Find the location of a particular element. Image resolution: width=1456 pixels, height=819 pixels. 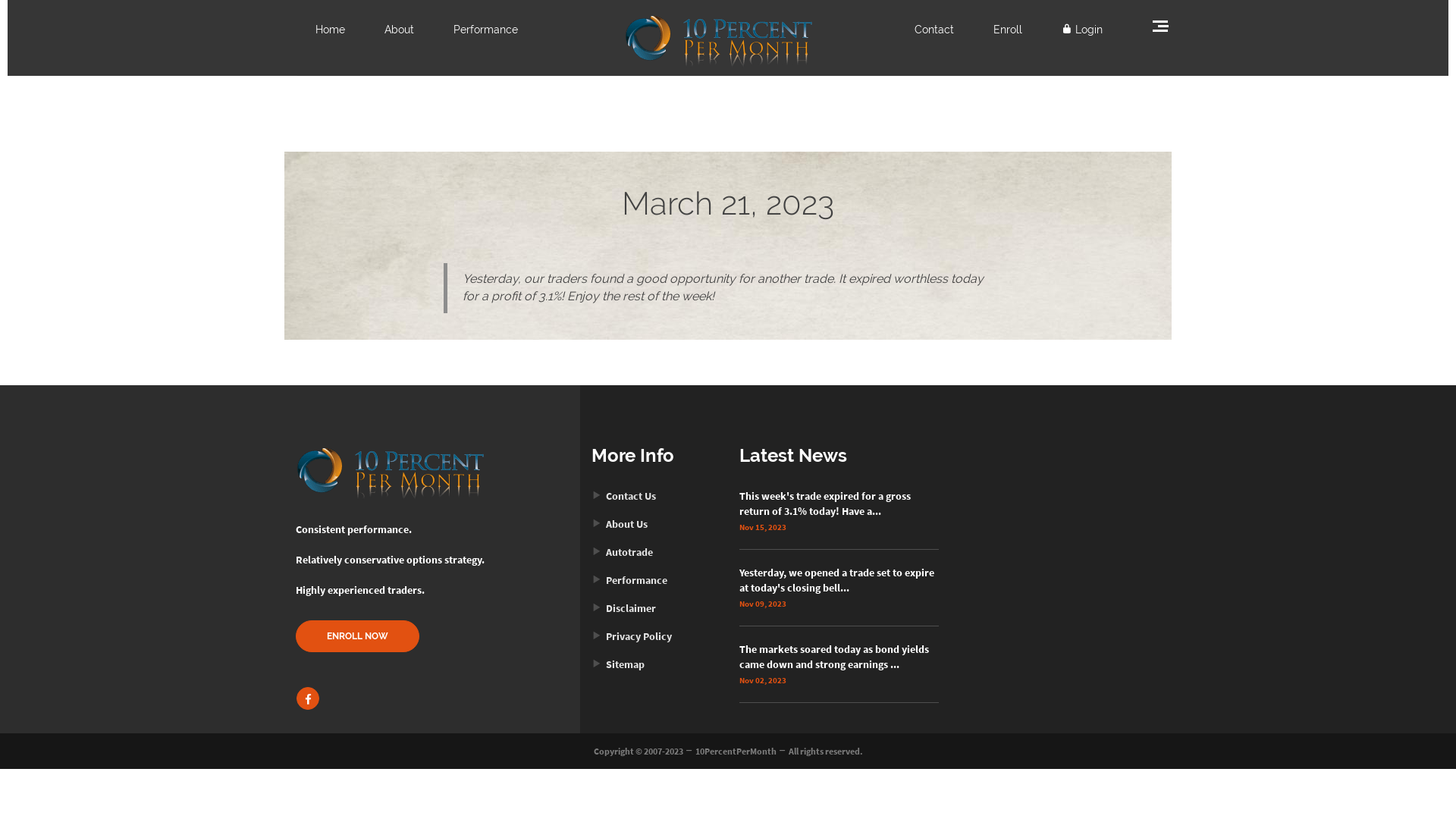

'Enroll' is located at coordinates (1008, 29).